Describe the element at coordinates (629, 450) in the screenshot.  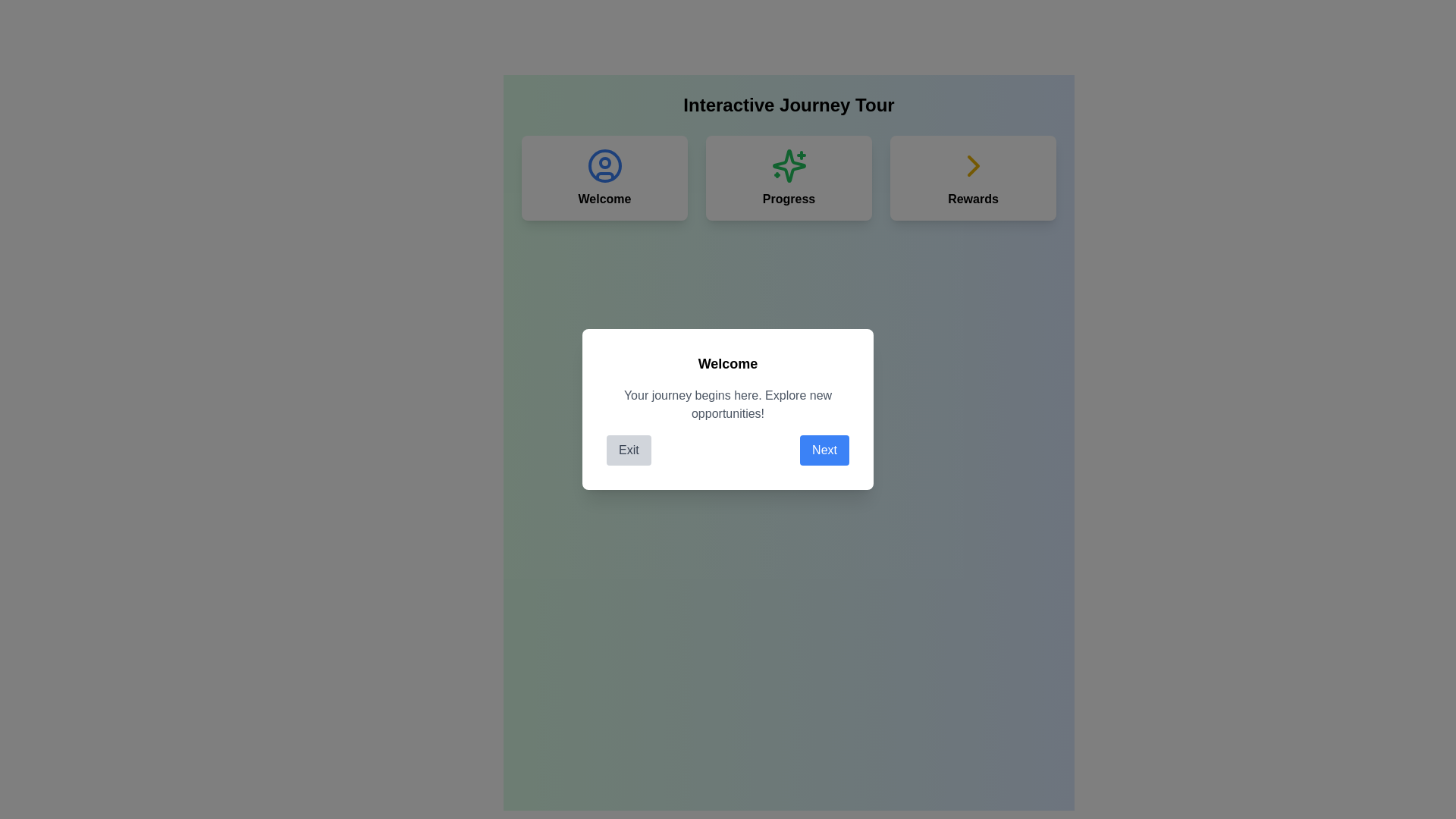
I see `the 'Exit' button, which is a rectangular button with rounded corners and a gray background located in the modal dialog box` at that location.